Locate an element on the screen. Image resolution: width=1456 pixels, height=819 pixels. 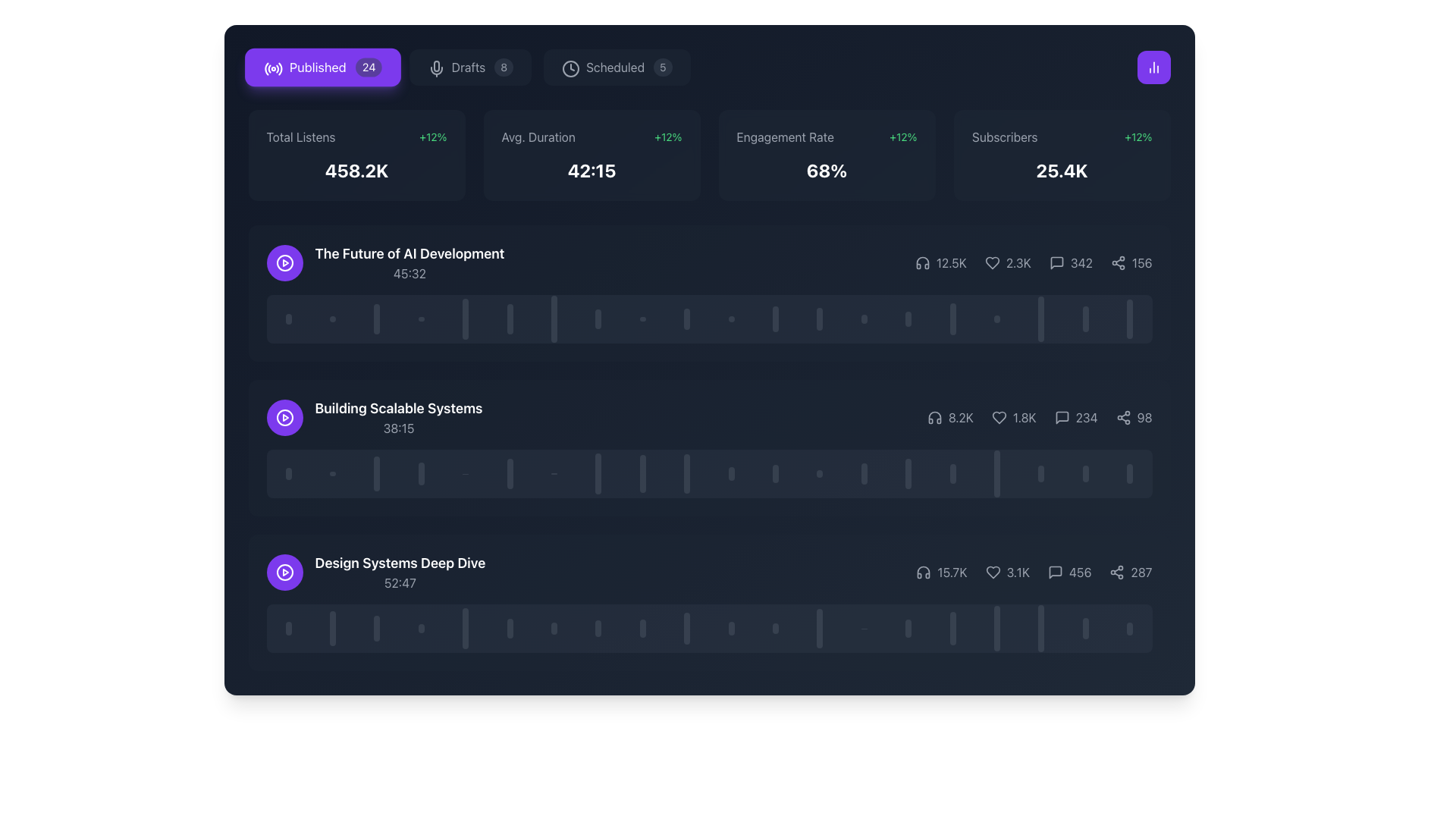
the fifth vertical bar in the horizontal set of nineteen bars that serves as a visual indicator in the playback timeline of the audio titled 'The Future of AI Development' is located at coordinates (465, 318).